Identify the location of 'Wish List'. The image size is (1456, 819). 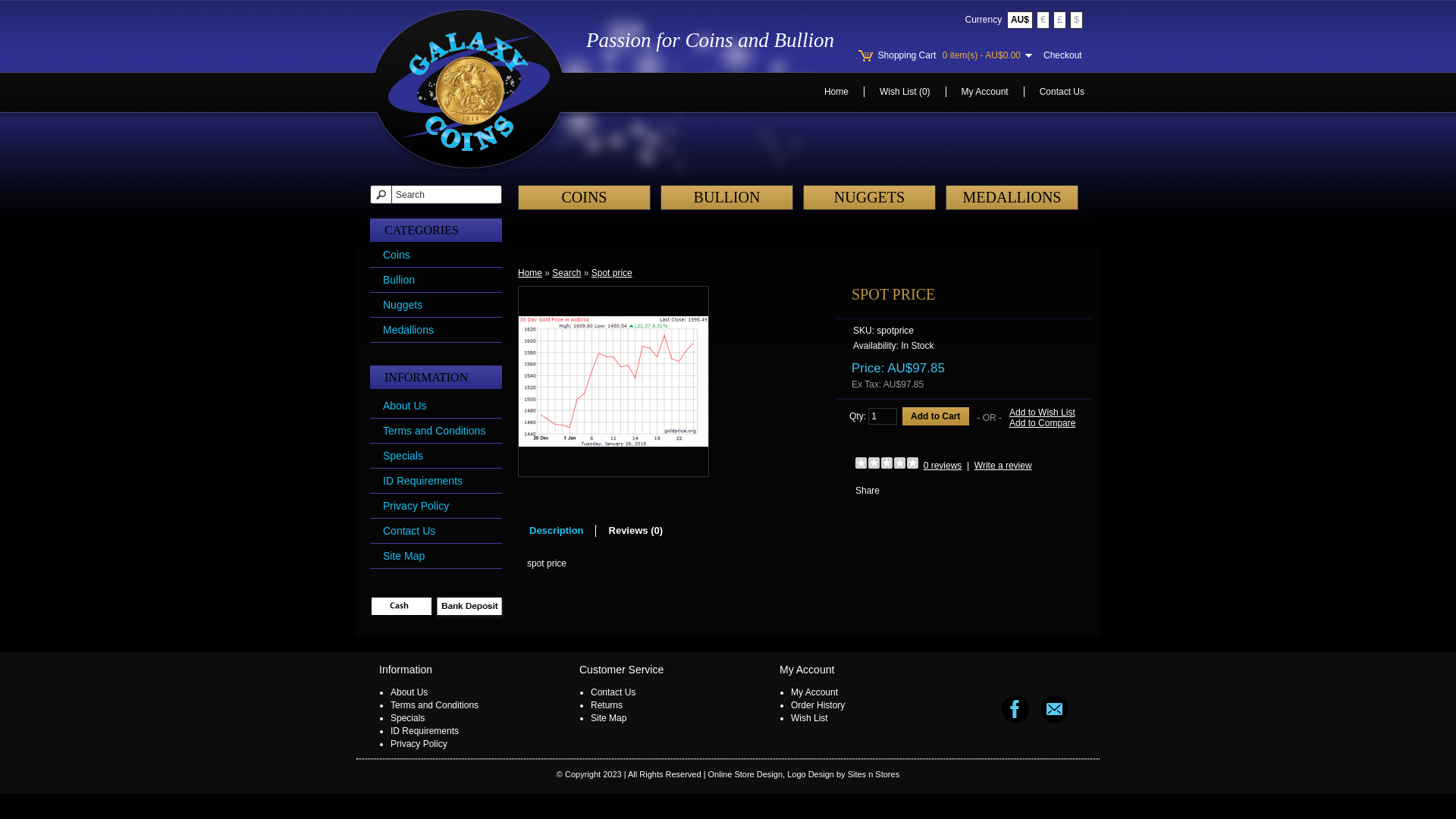
(808, 717).